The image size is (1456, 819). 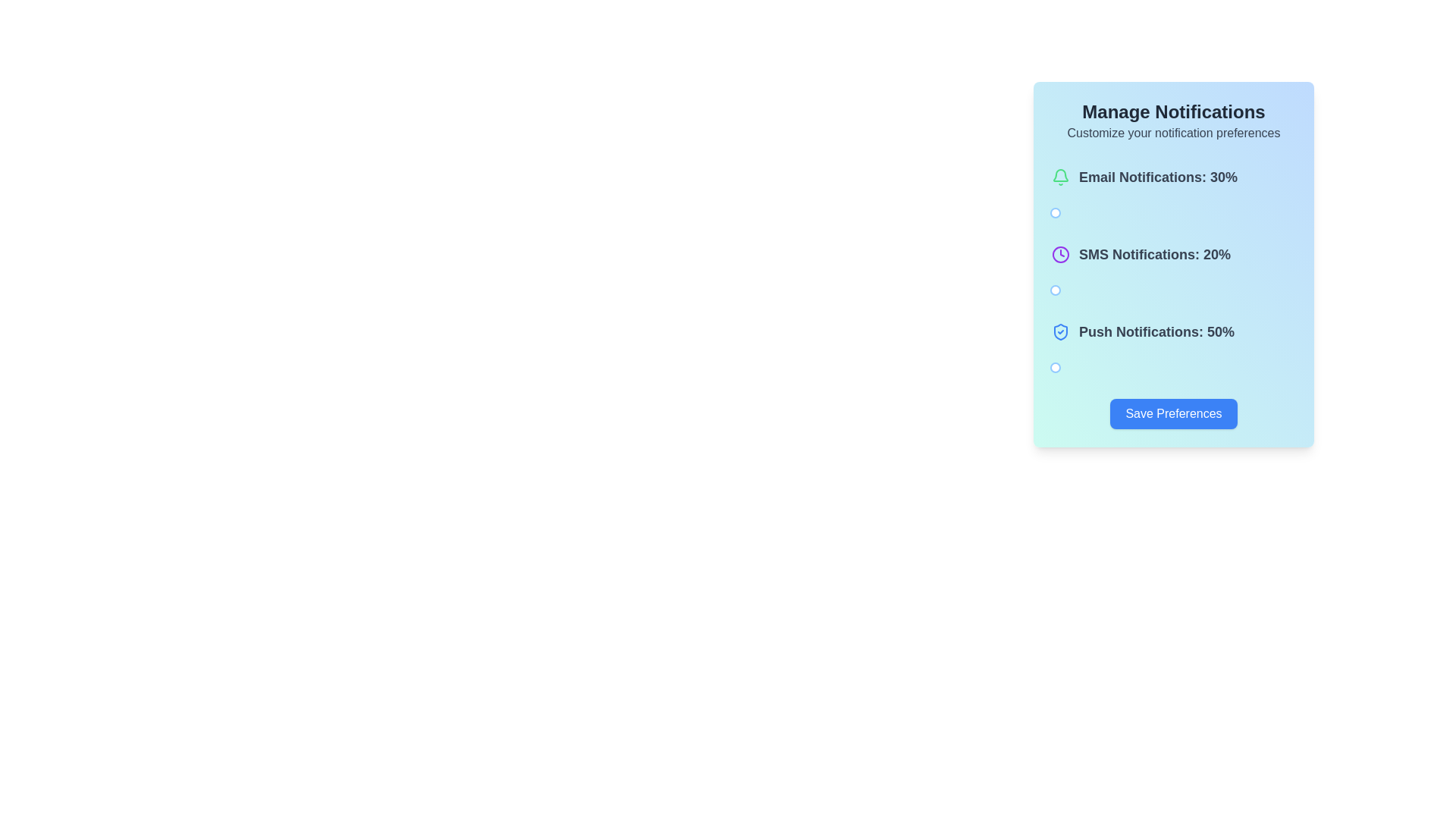 What do you see at coordinates (1143, 331) in the screenshot?
I see `the Text Label with Icon displaying 'Push Notifications: 50%' which is the third element in the vertical list under 'Manage Notifications'` at bounding box center [1143, 331].